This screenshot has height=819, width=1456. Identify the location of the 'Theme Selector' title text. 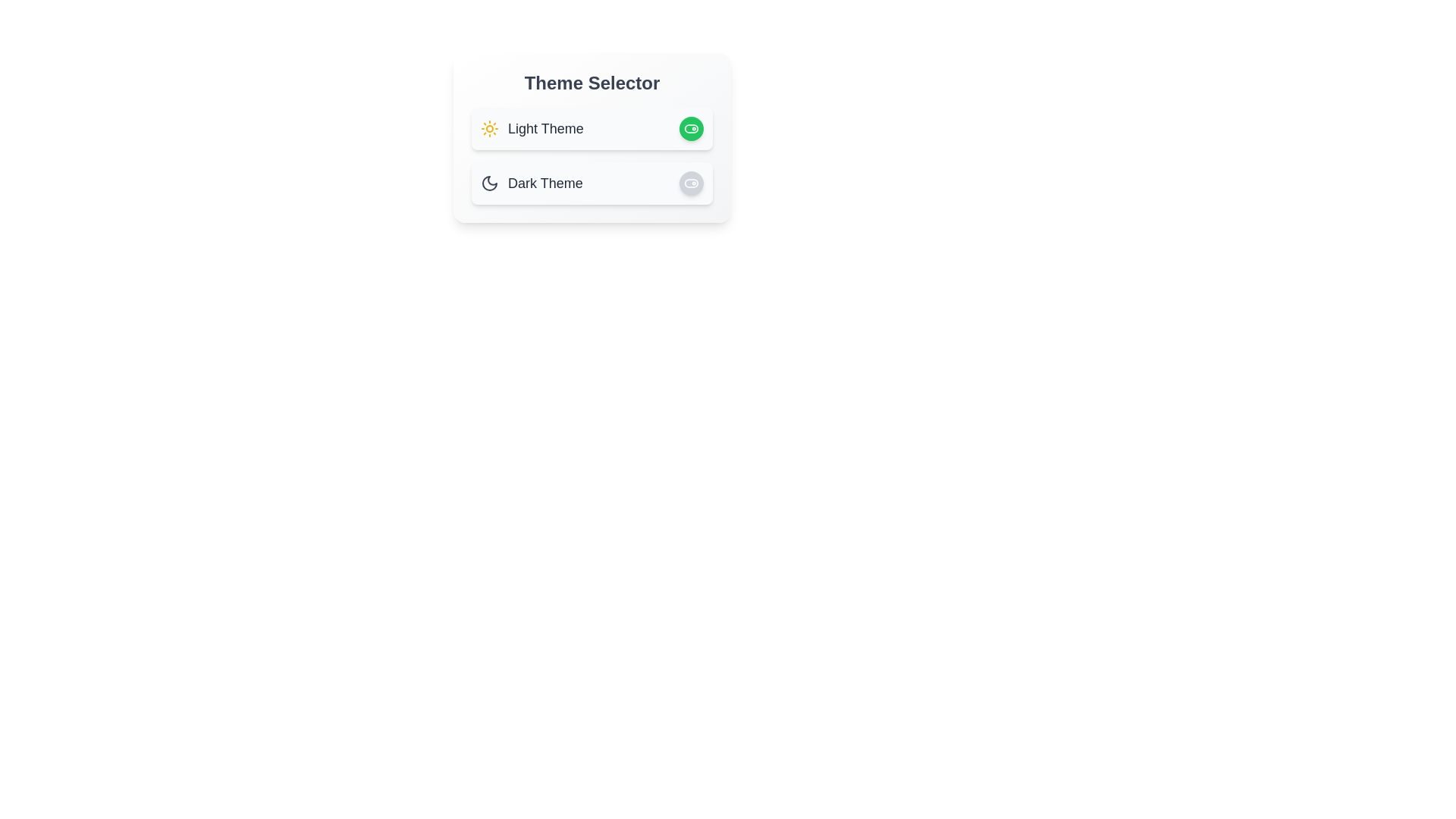
(591, 83).